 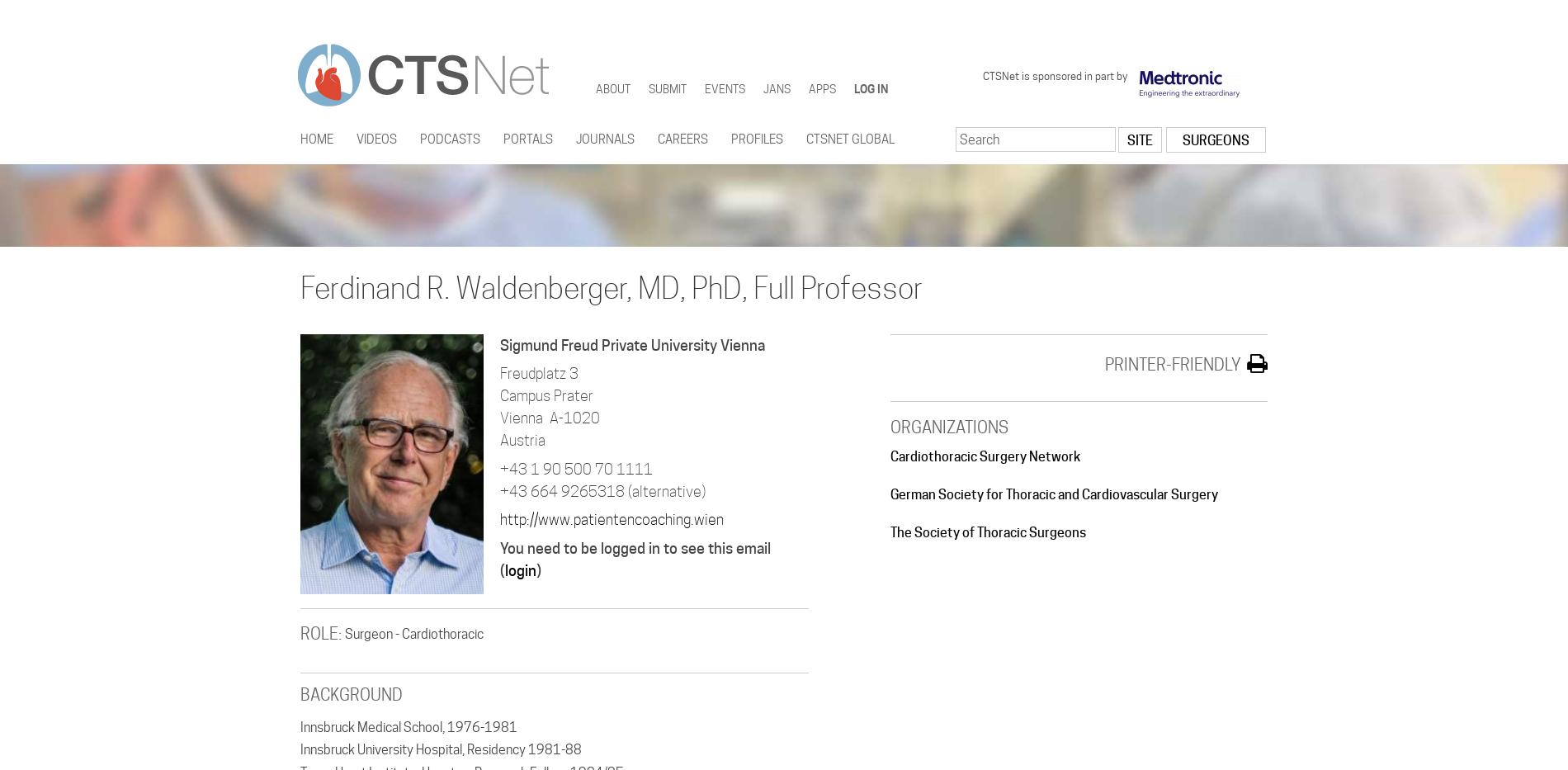 I want to click on 'Campus Prater', so click(x=546, y=395).